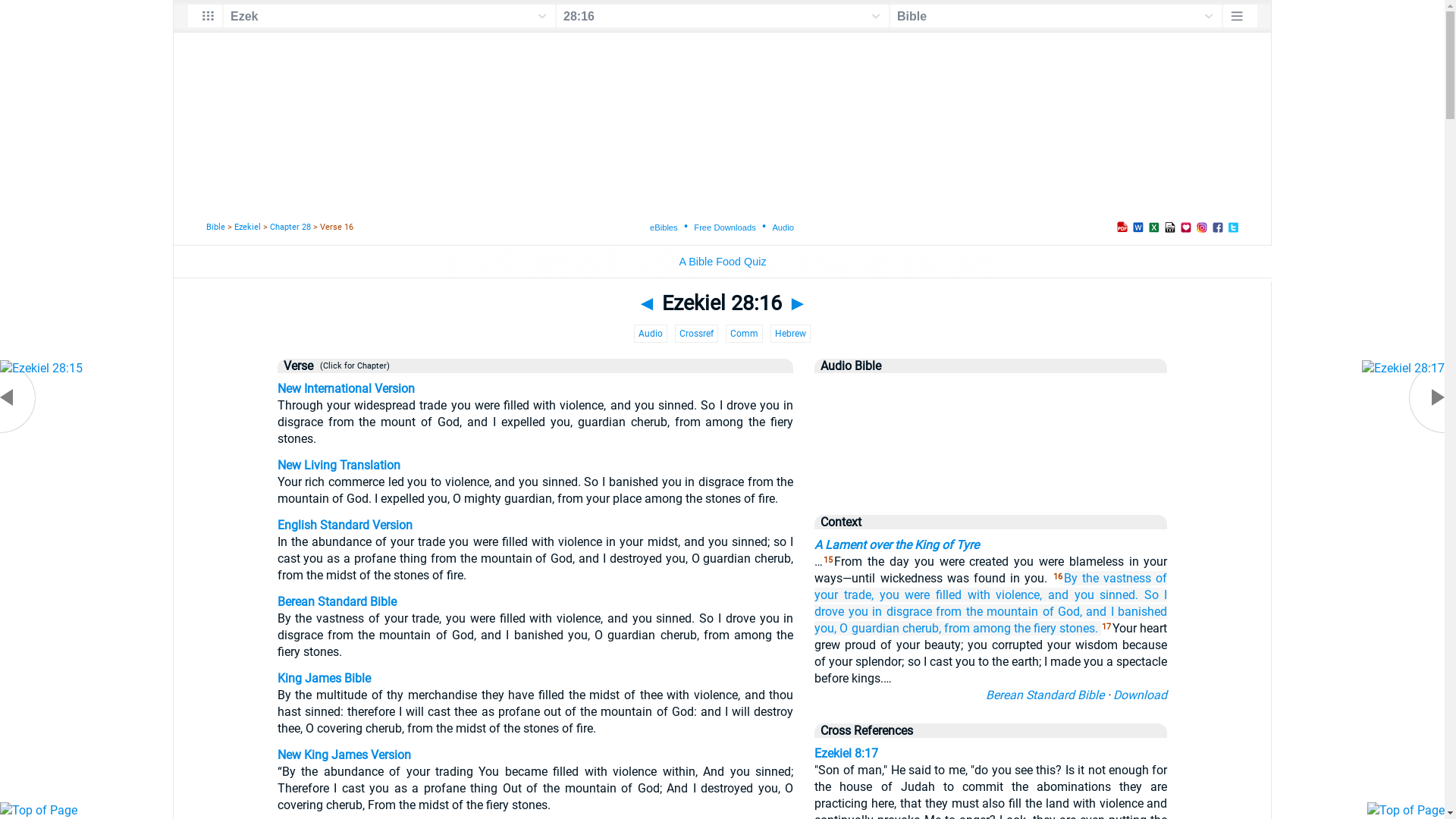  Describe the element at coordinates (932, 594) in the screenshot. I see `'were filled'` at that location.